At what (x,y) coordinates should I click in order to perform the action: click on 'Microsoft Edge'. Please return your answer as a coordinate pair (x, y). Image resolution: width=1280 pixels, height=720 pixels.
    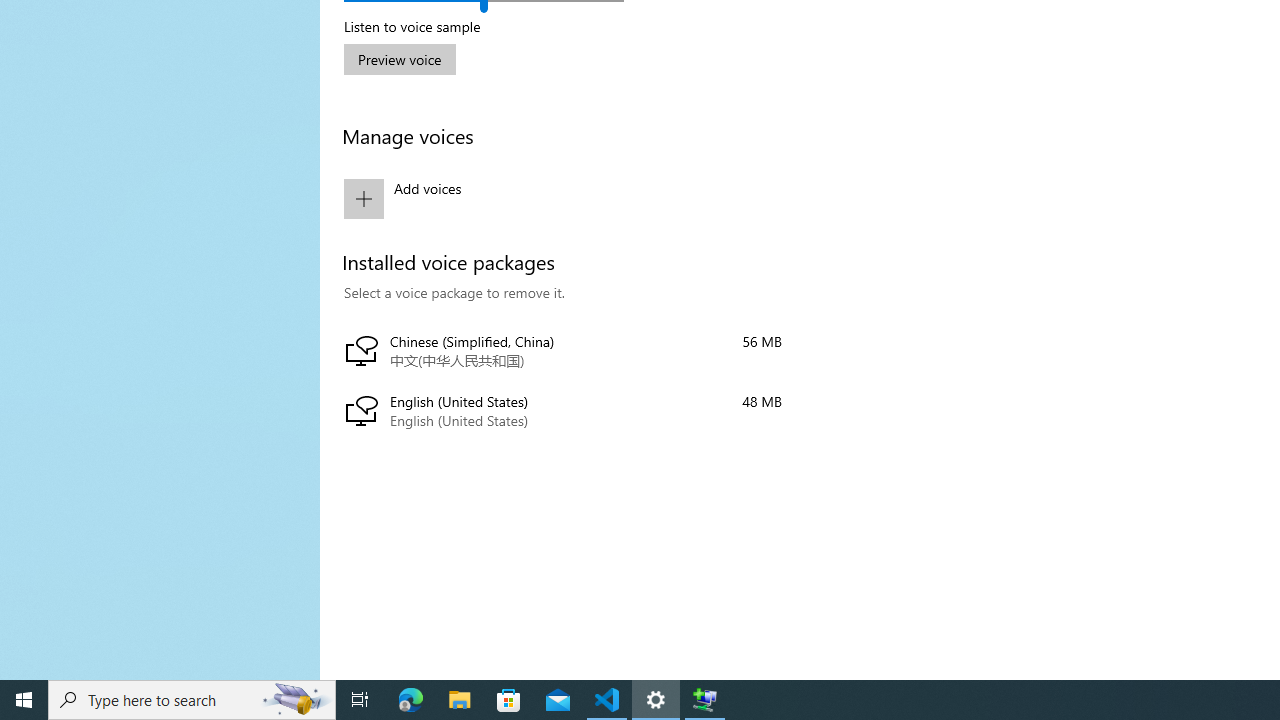
    Looking at the image, I should click on (410, 698).